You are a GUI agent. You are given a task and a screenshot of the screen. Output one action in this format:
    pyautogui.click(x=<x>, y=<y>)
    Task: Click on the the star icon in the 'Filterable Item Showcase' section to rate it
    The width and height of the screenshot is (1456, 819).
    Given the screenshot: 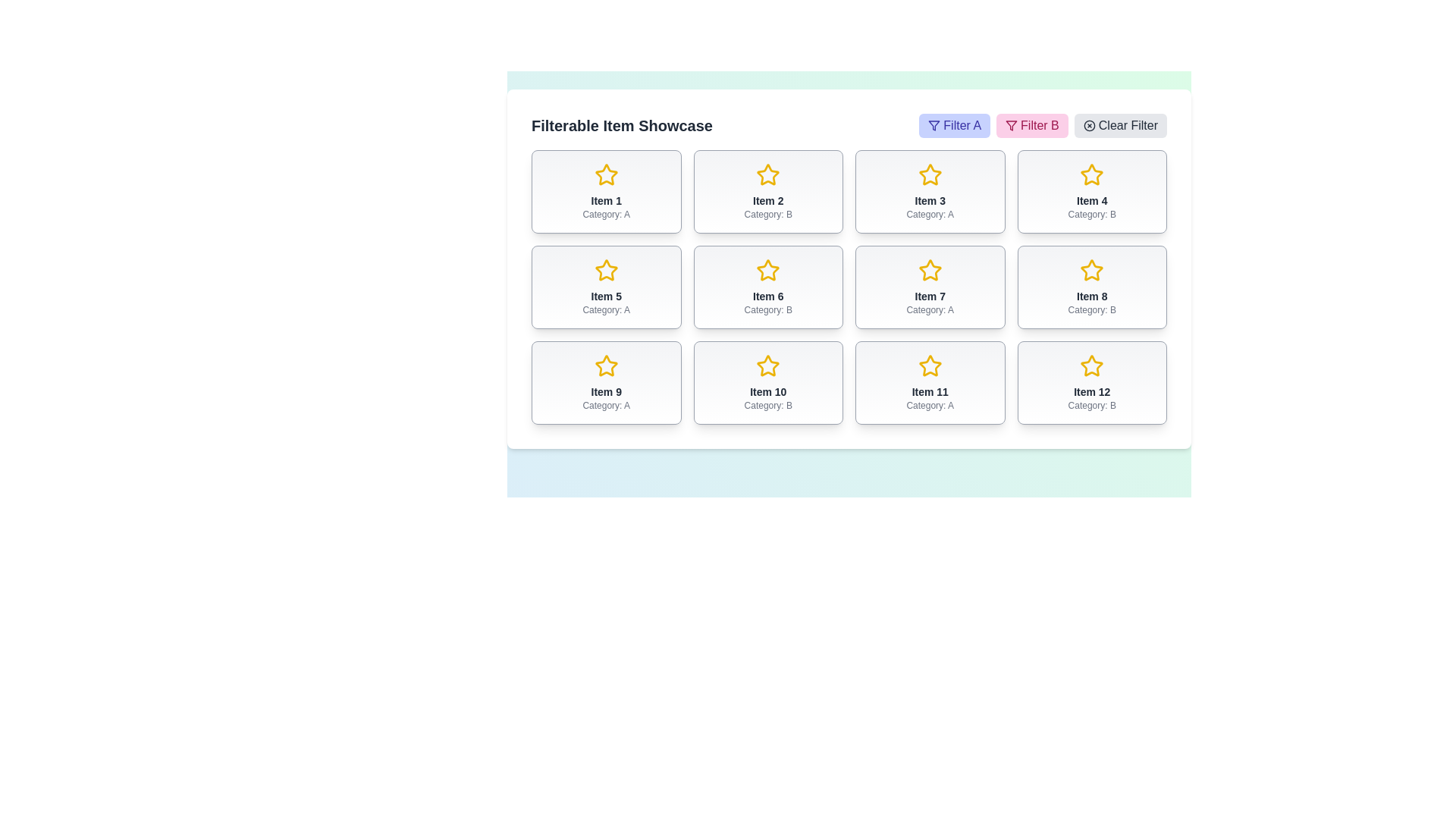 What is the action you would take?
    pyautogui.click(x=929, y=269)
    